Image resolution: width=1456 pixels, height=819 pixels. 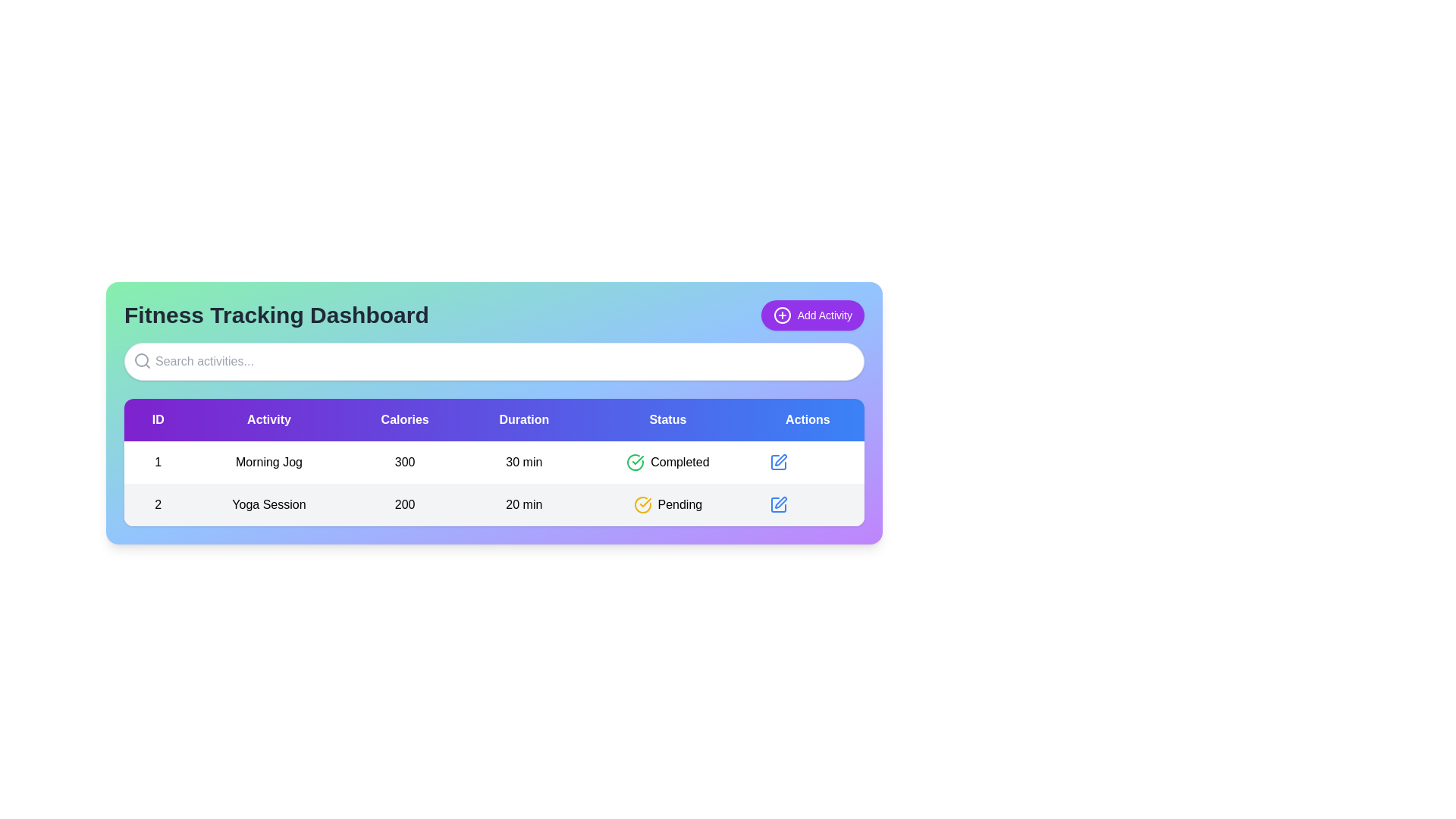 I want to click on the edit button in the 'Actions' column of the second row, which corresponds to the 'Yoga Session' row in the table, so click(x=778, y=461).